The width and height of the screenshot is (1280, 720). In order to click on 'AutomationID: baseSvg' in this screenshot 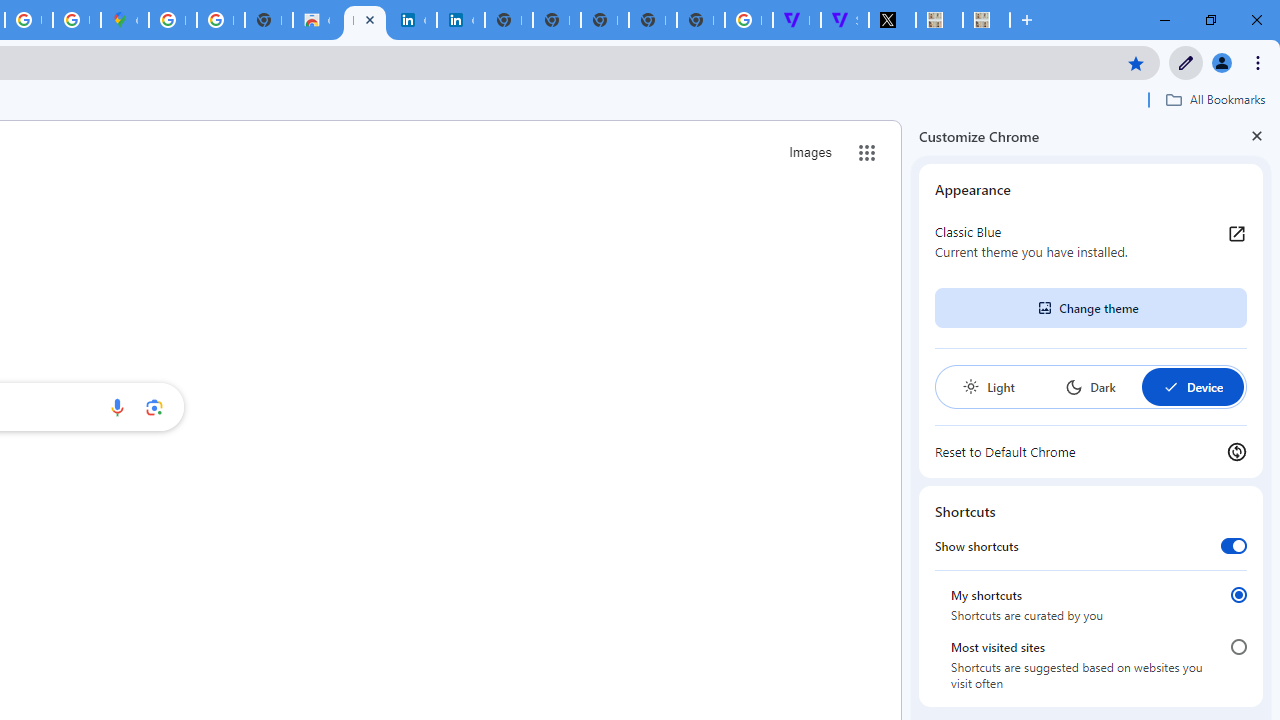, I will do `click(1170, 387)`.